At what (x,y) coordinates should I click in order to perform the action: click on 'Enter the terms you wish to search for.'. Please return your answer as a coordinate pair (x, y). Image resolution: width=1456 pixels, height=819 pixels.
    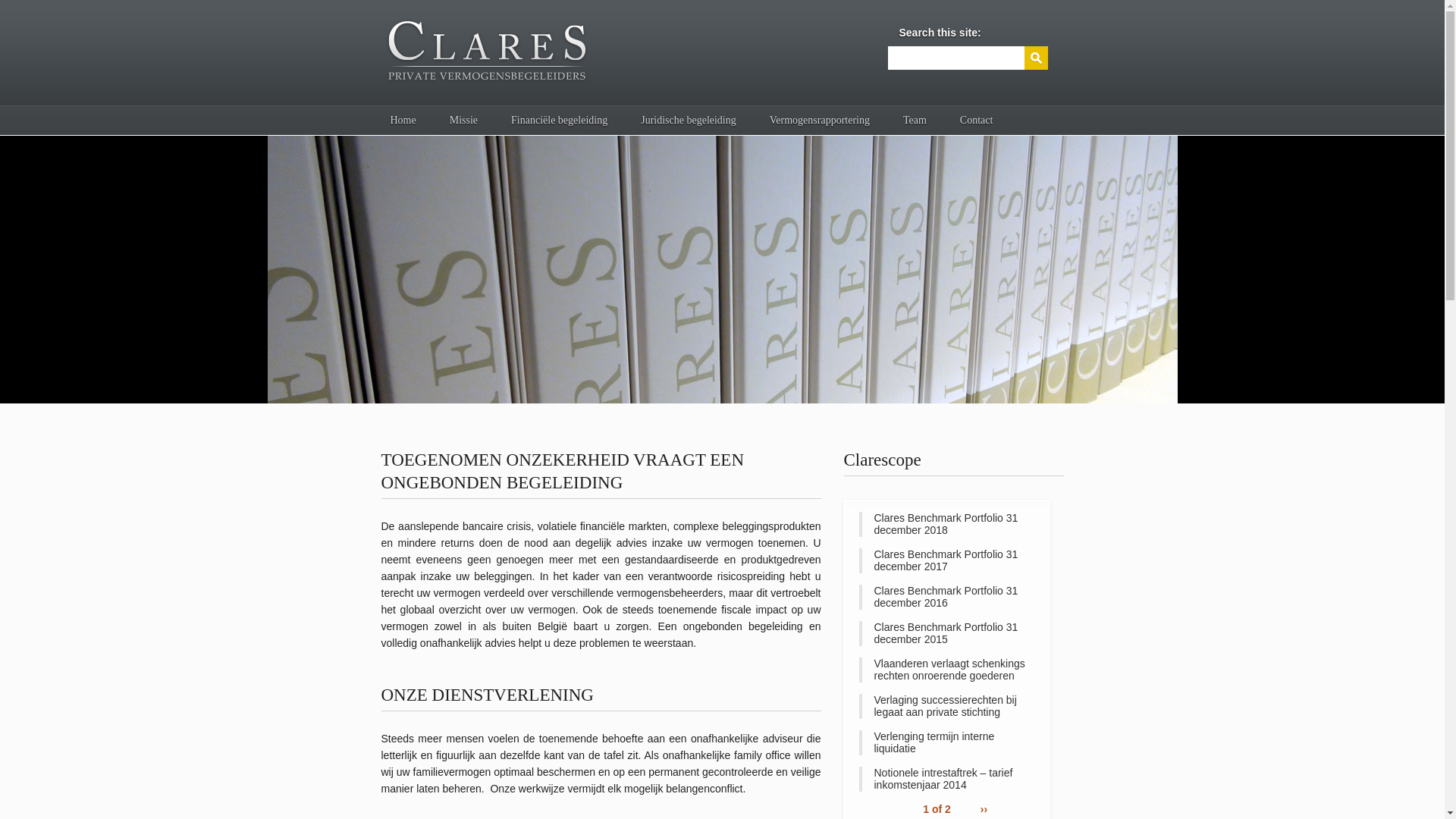
    Looking at the image, I should click on (954, 57).